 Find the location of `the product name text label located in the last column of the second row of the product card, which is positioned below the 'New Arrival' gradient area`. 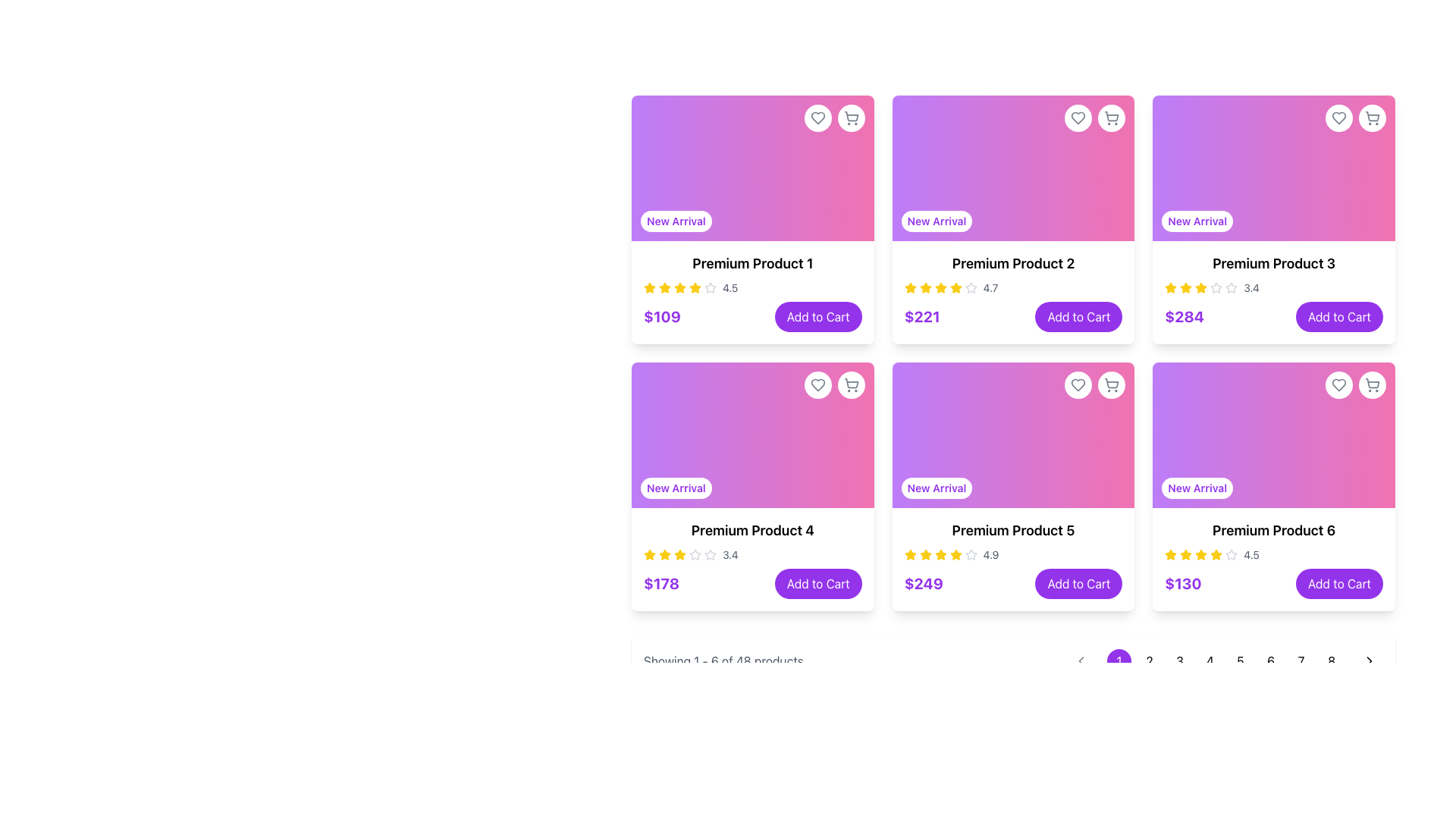

the product name text label located in the last column of the second row of the product card, which is positioned below the 'New Arrival' gradient area is located at coordinates (1274, 529).